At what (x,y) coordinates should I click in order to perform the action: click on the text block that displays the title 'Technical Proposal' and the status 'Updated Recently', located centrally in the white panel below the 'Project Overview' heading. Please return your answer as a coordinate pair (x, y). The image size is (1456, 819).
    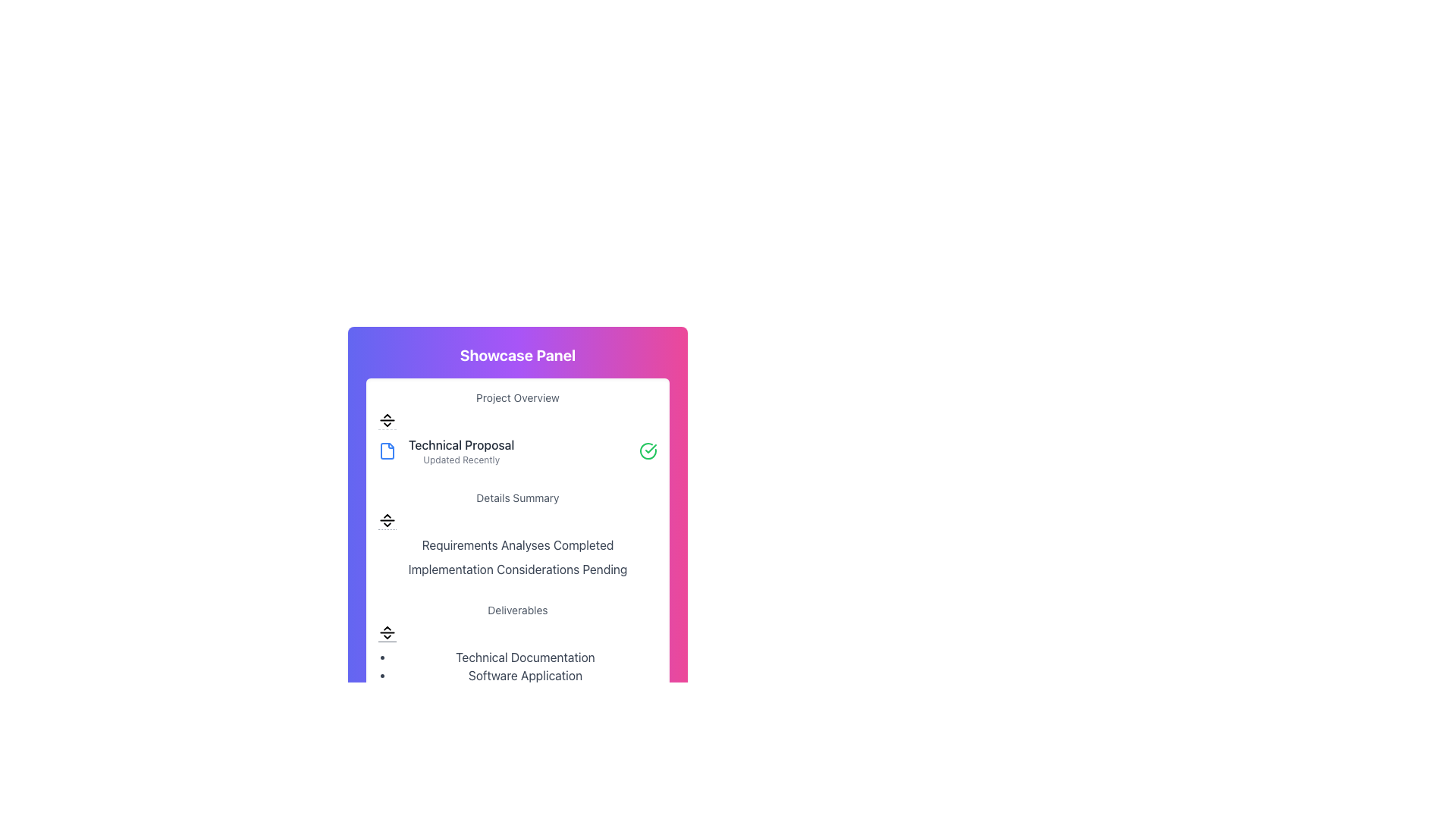
    Looking at the image, I should click on (460, 450).